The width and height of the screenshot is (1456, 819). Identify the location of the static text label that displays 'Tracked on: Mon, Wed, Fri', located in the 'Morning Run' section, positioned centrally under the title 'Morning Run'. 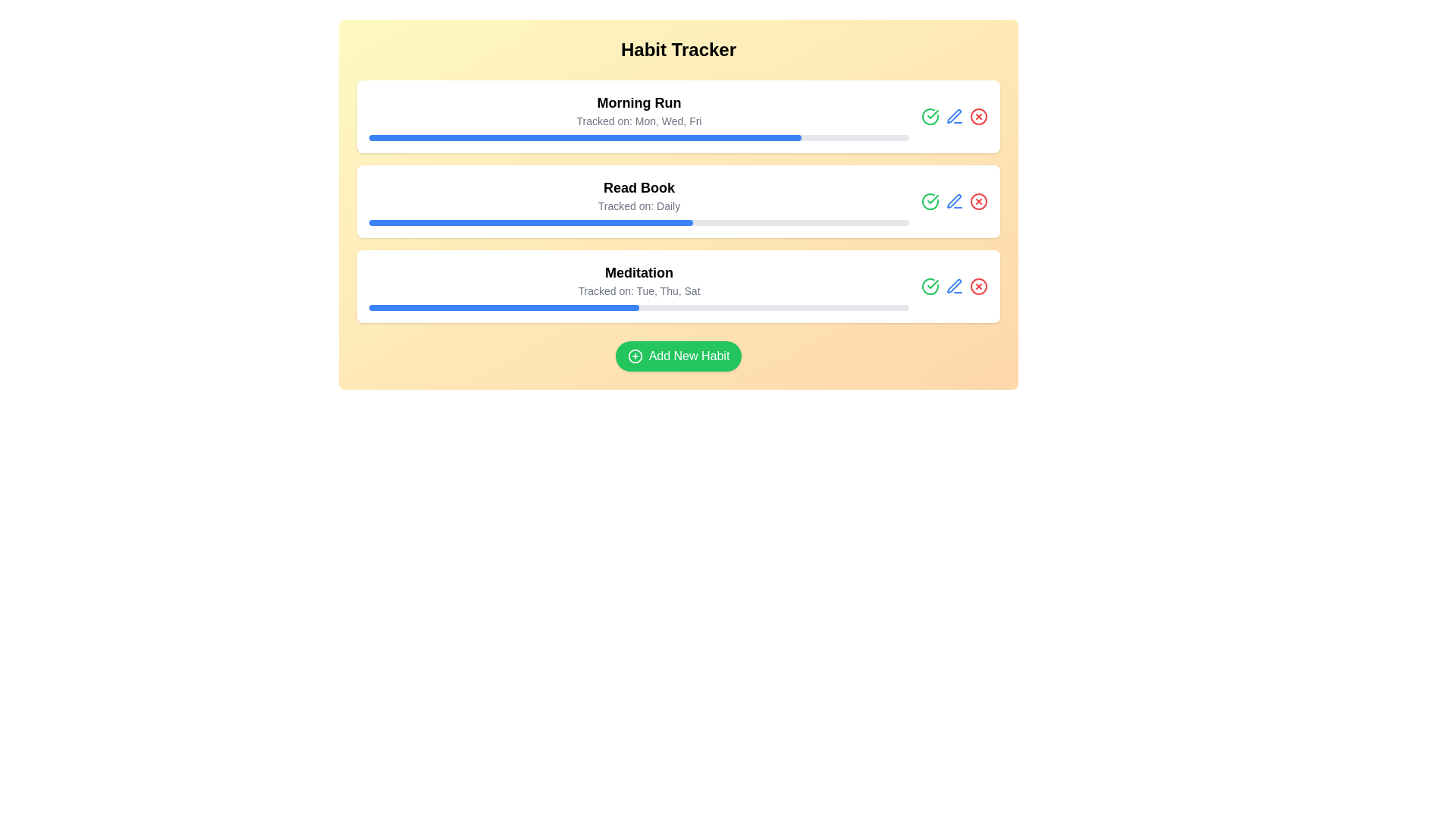
(639, 120).